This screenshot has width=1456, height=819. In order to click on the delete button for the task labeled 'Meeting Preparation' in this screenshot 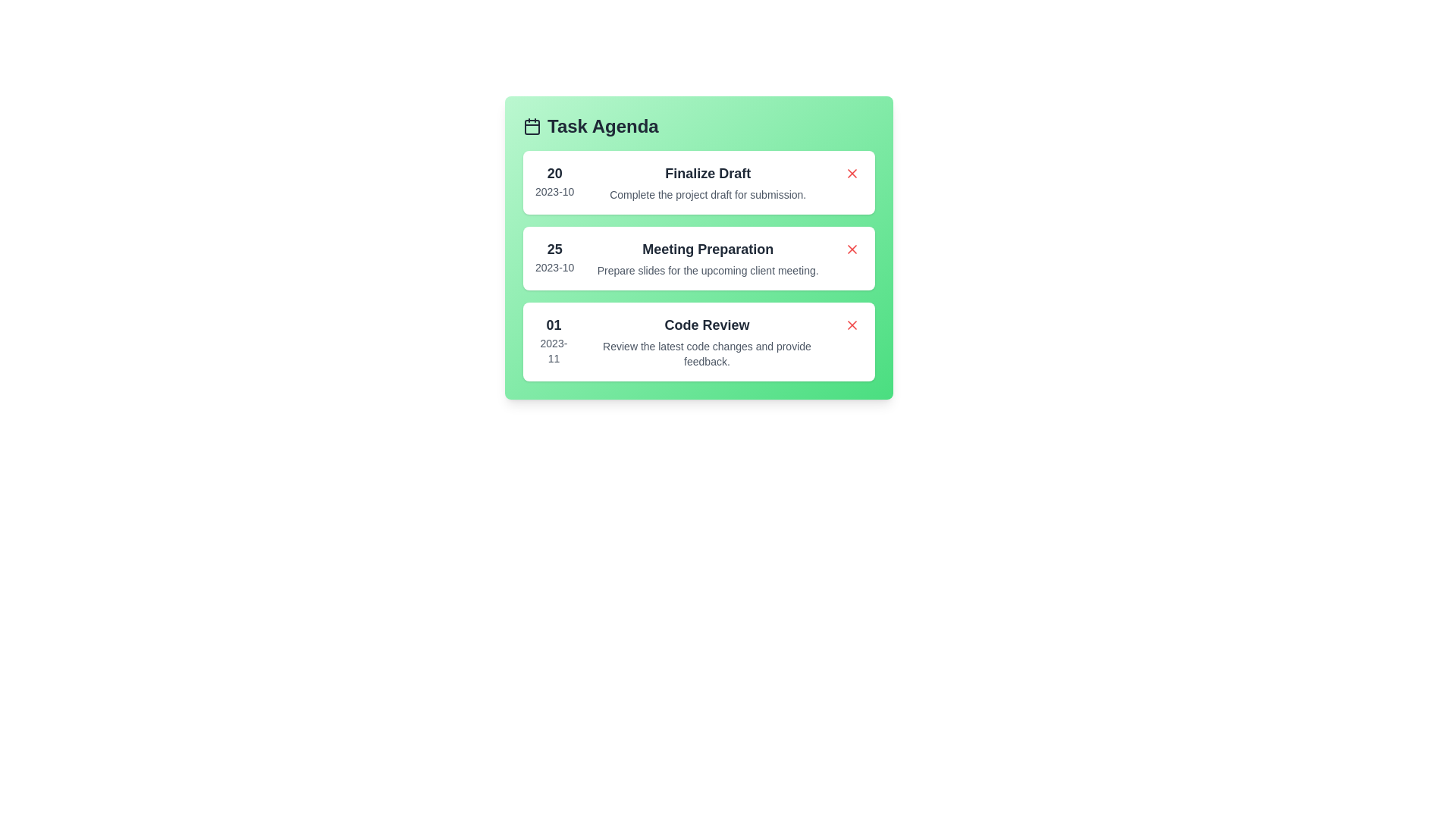, I will do `click(852, 248)`.